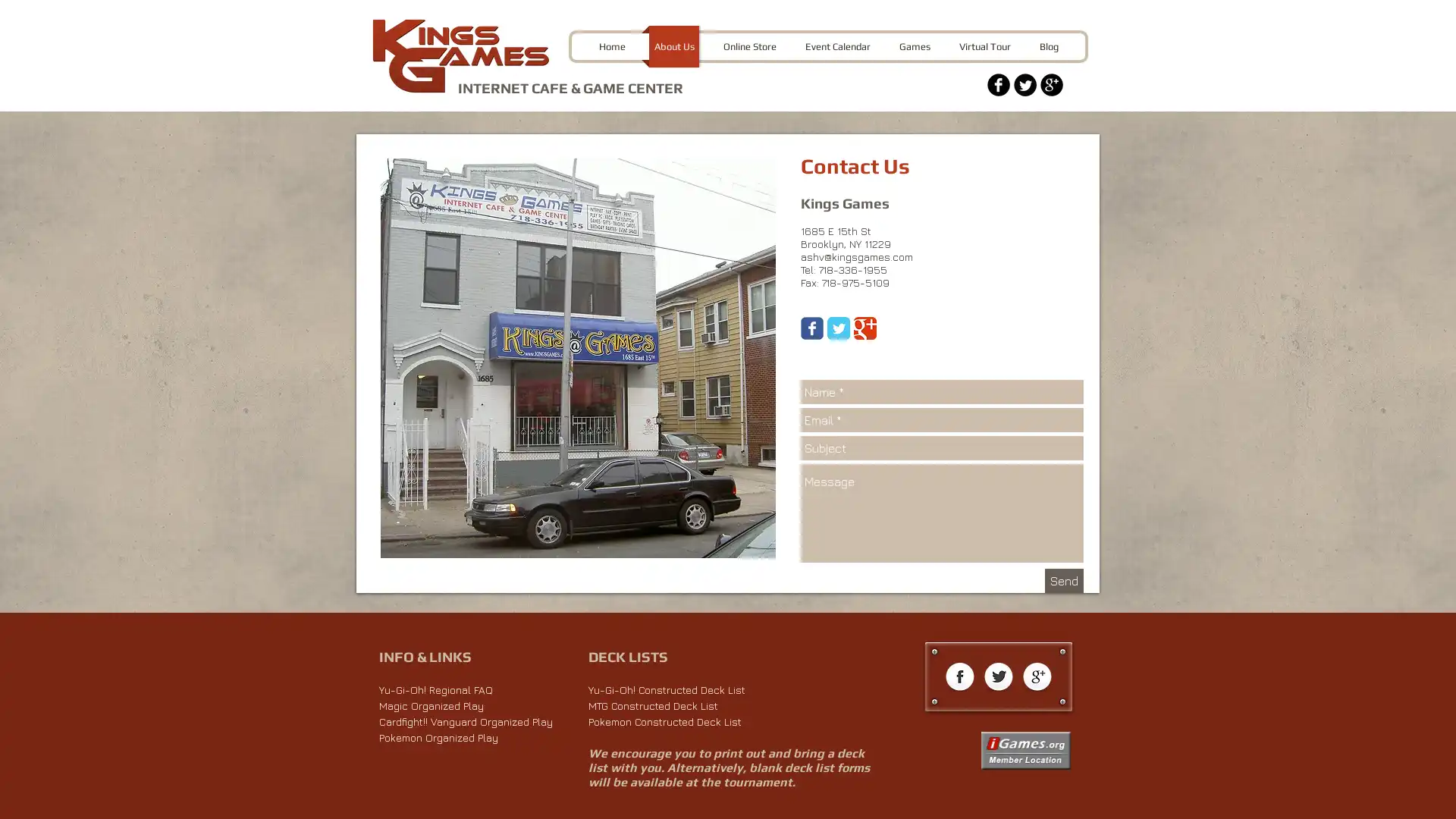  What do you see at coordinates (1063, 580) in the screenshot?
I see `Send` at bounding box center [1063, 580].